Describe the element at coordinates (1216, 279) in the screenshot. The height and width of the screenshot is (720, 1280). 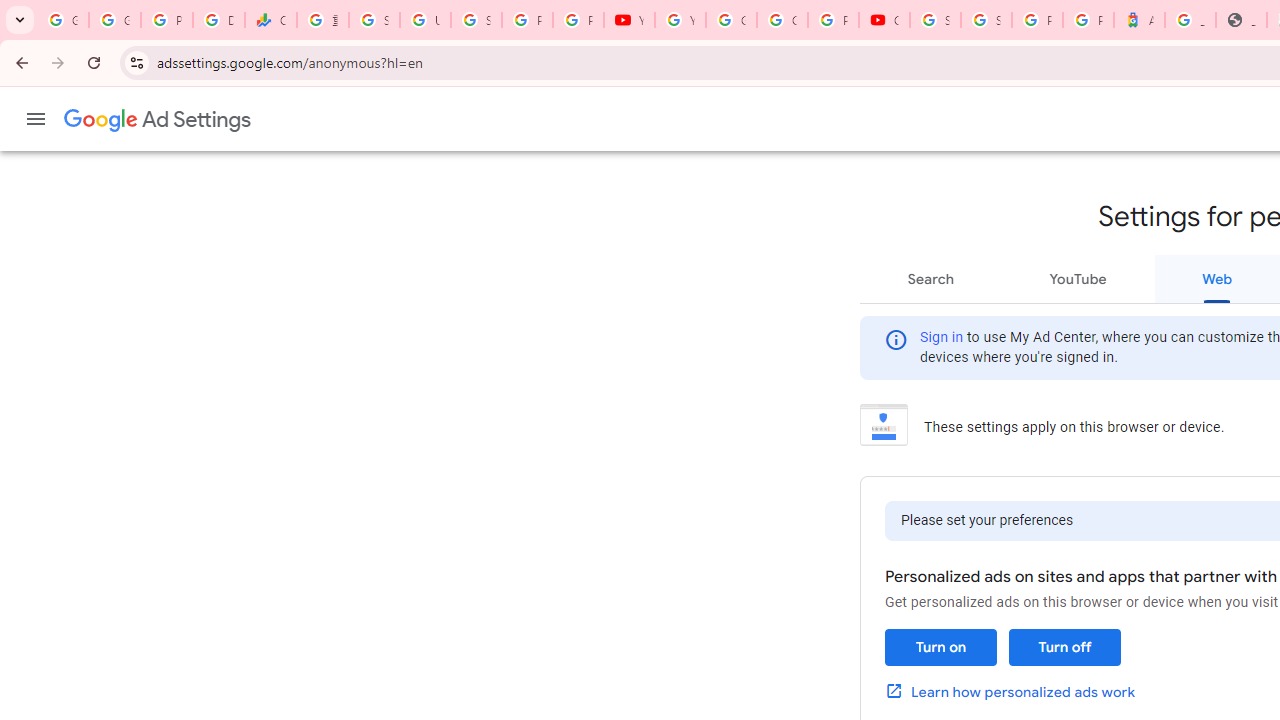
I see `'Web'` at that location.